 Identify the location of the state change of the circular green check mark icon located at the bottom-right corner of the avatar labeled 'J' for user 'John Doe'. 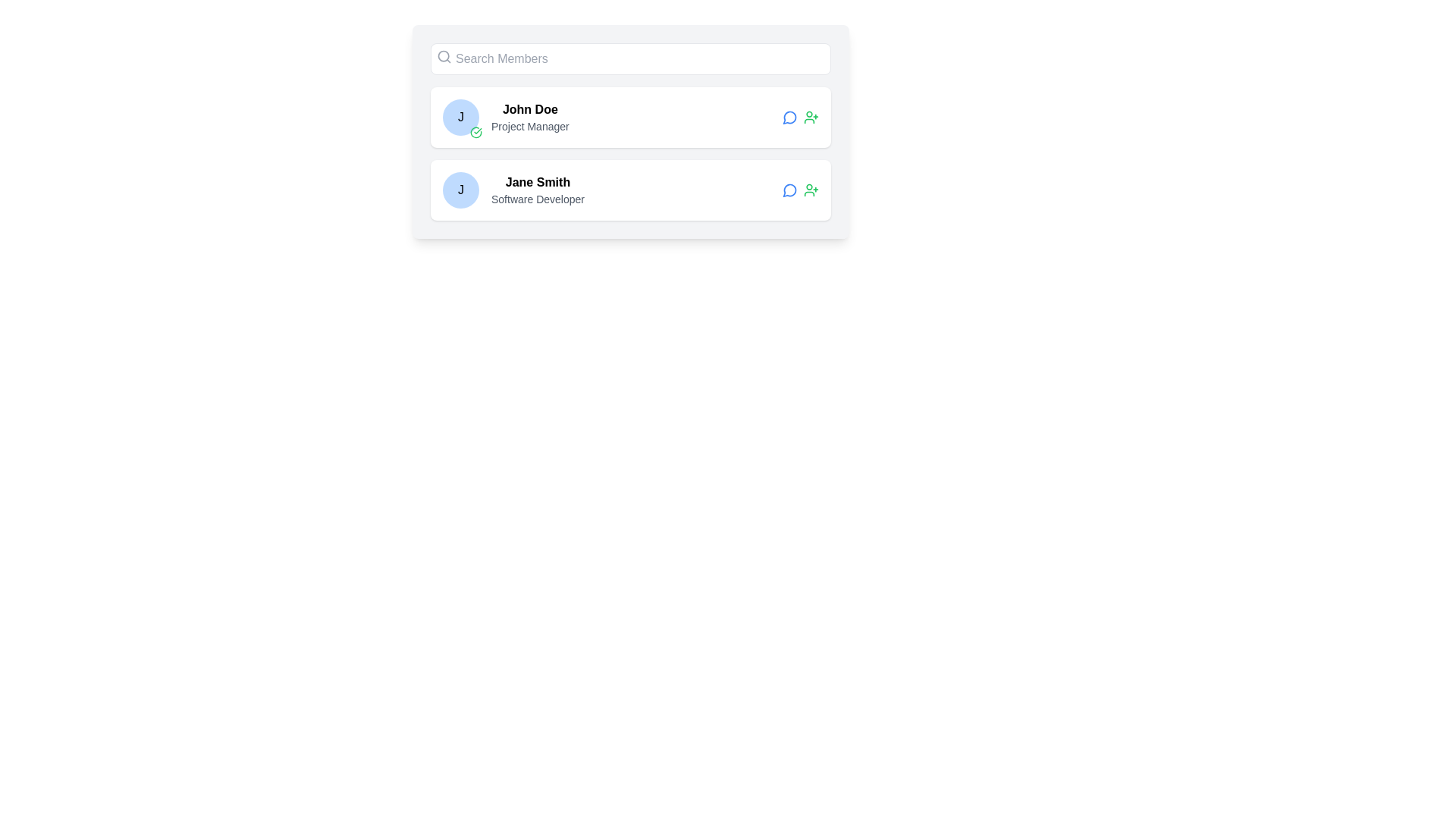
(475, 131).